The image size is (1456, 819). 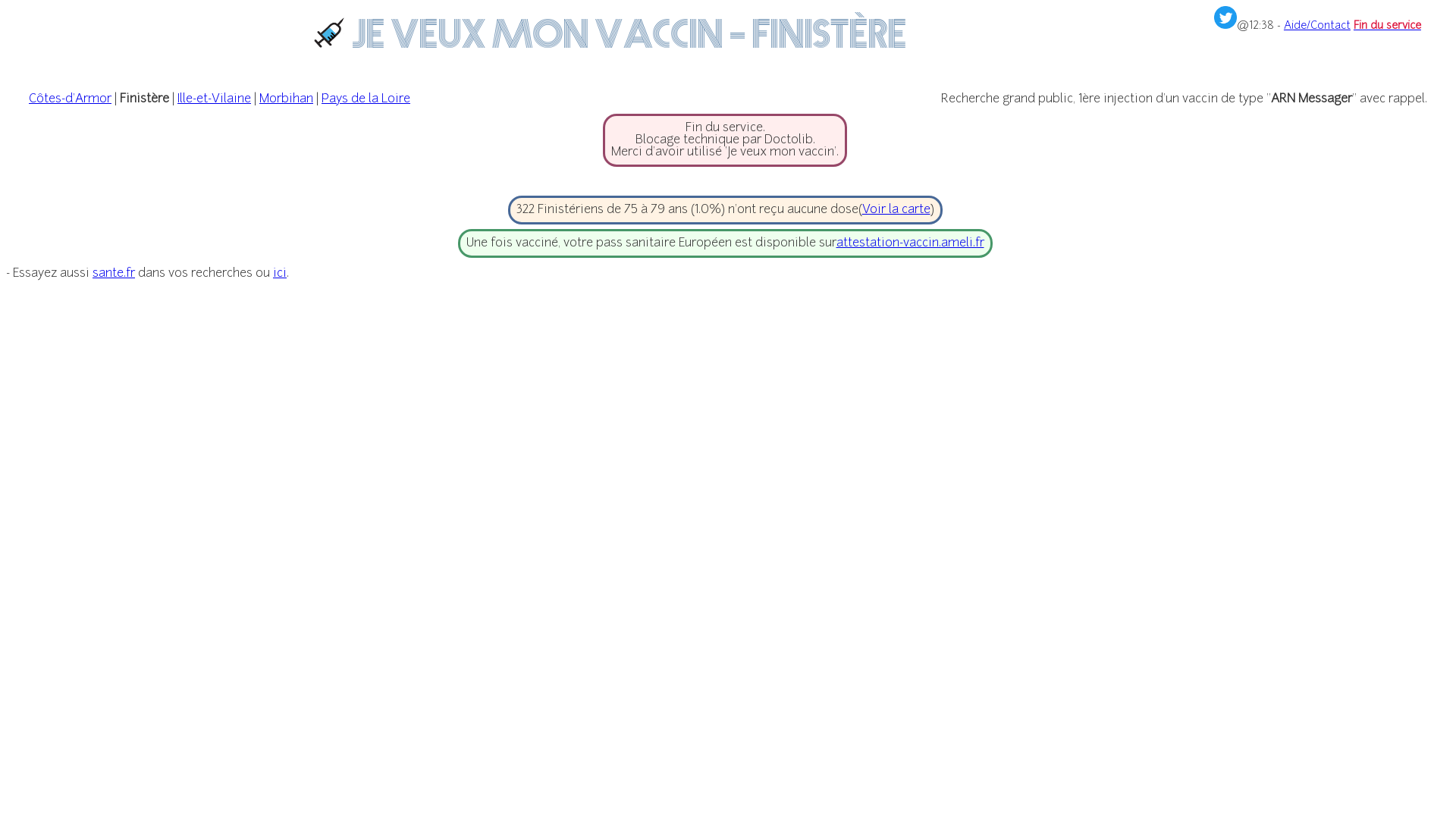 What do you see at coordinates (213, 99) in the screenshot?
I see `'Ille-et-Vilaine'` at bounding box center [213, 99].